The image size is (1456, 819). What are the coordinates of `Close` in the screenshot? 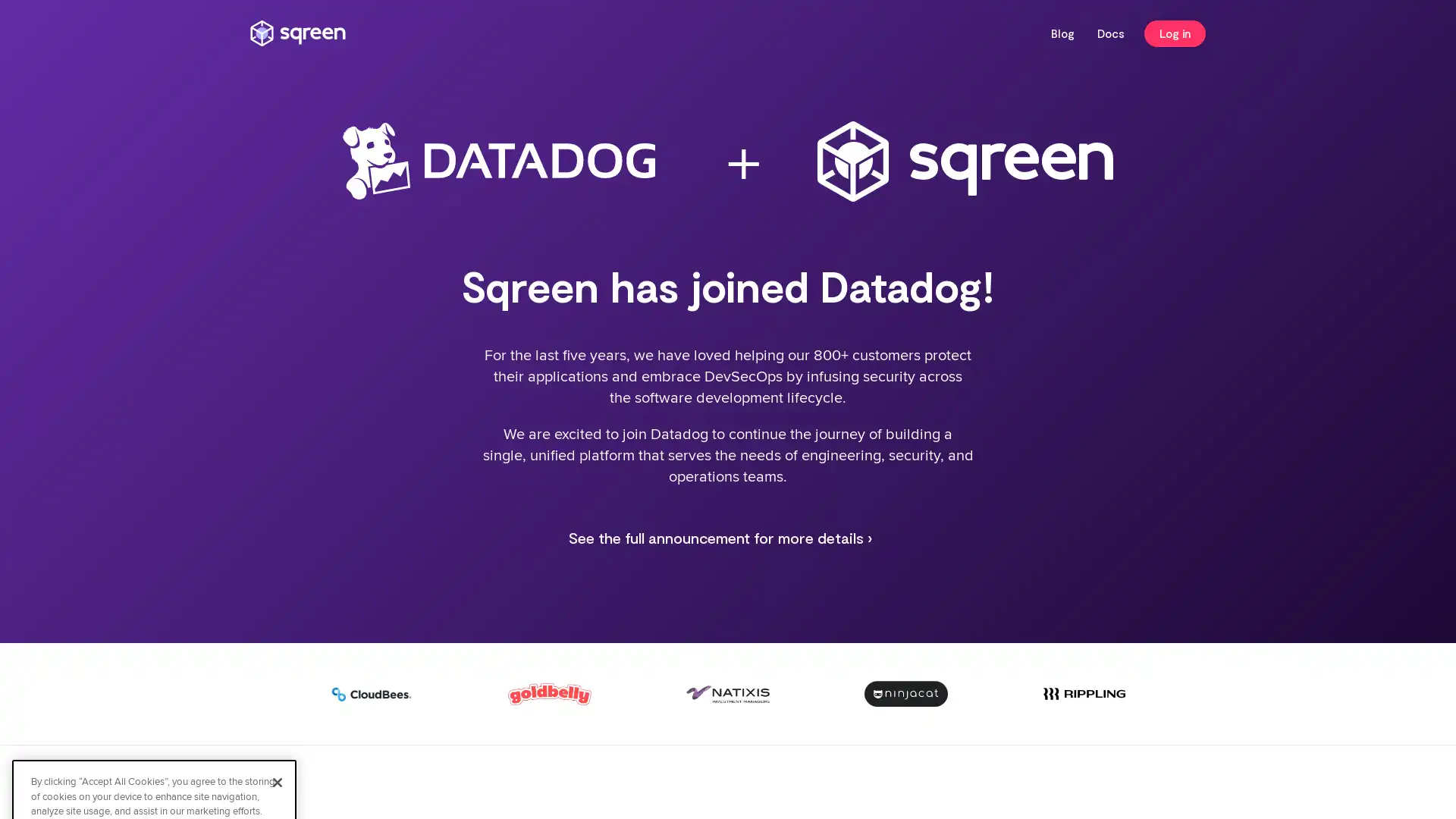 It's located at (277, 645).